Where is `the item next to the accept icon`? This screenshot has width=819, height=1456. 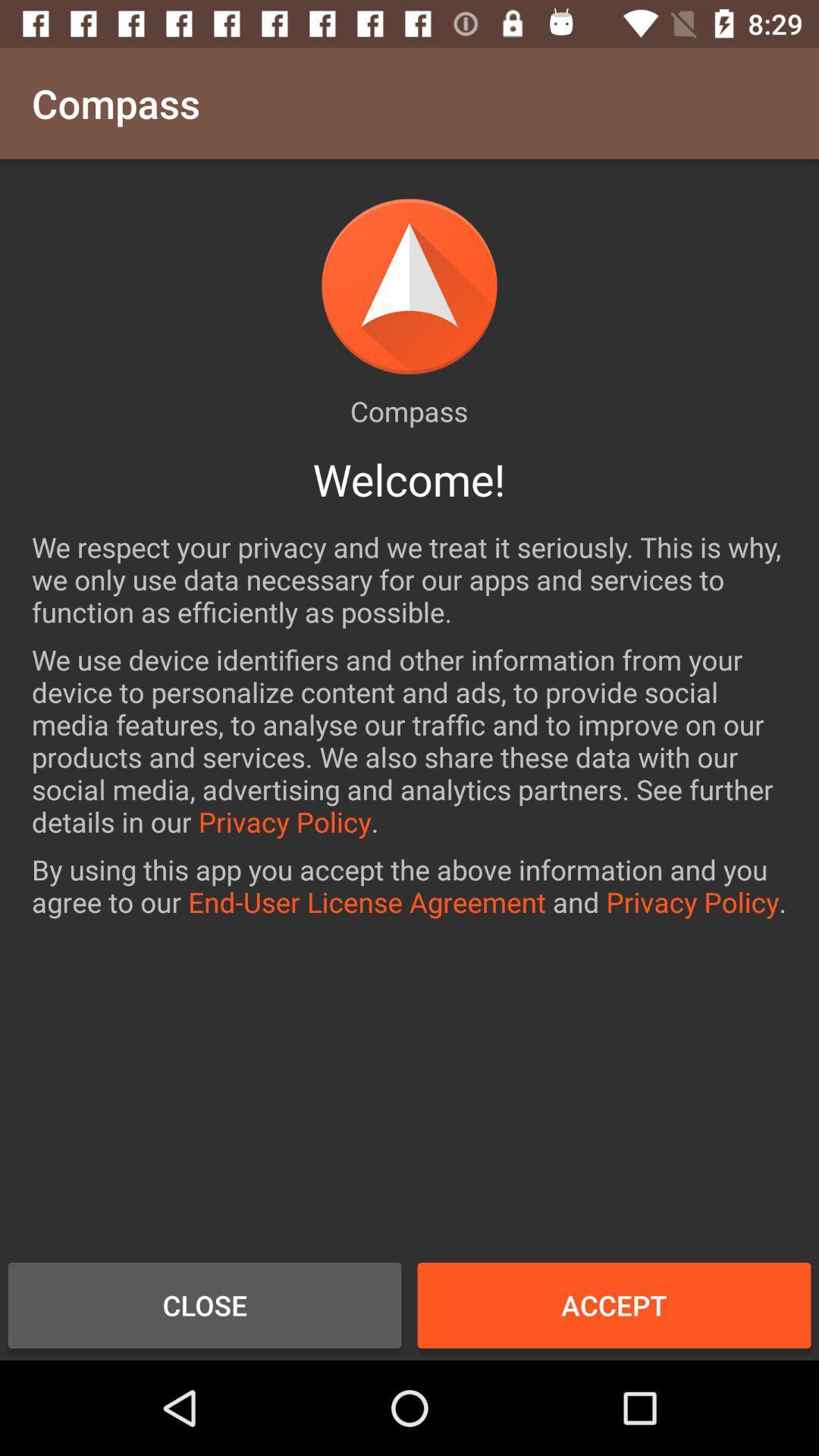 the item next to the accept icon is located at coordinates (205, 1304).